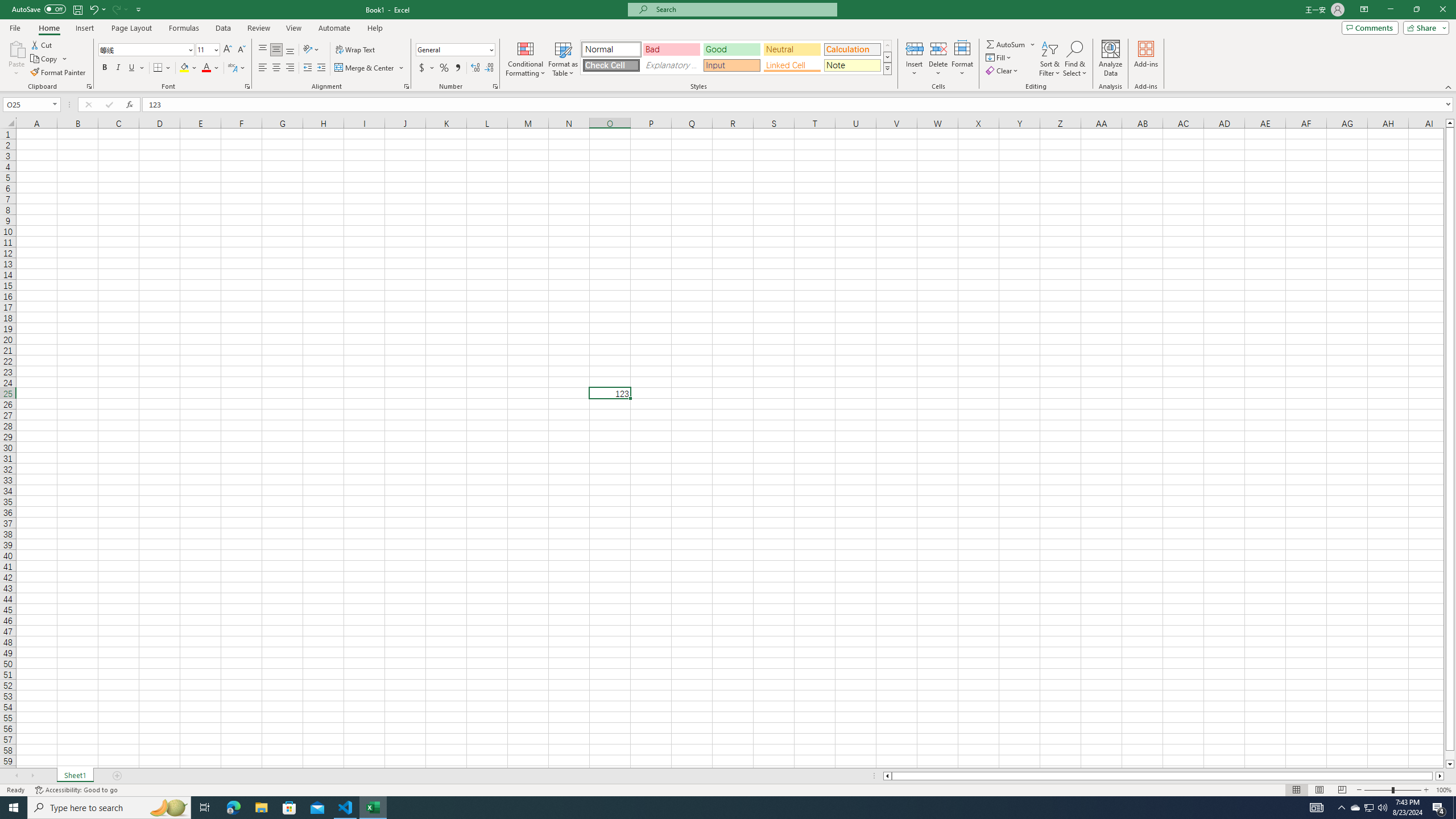  I want to click on 'Merge & Center', so click(369, 67).